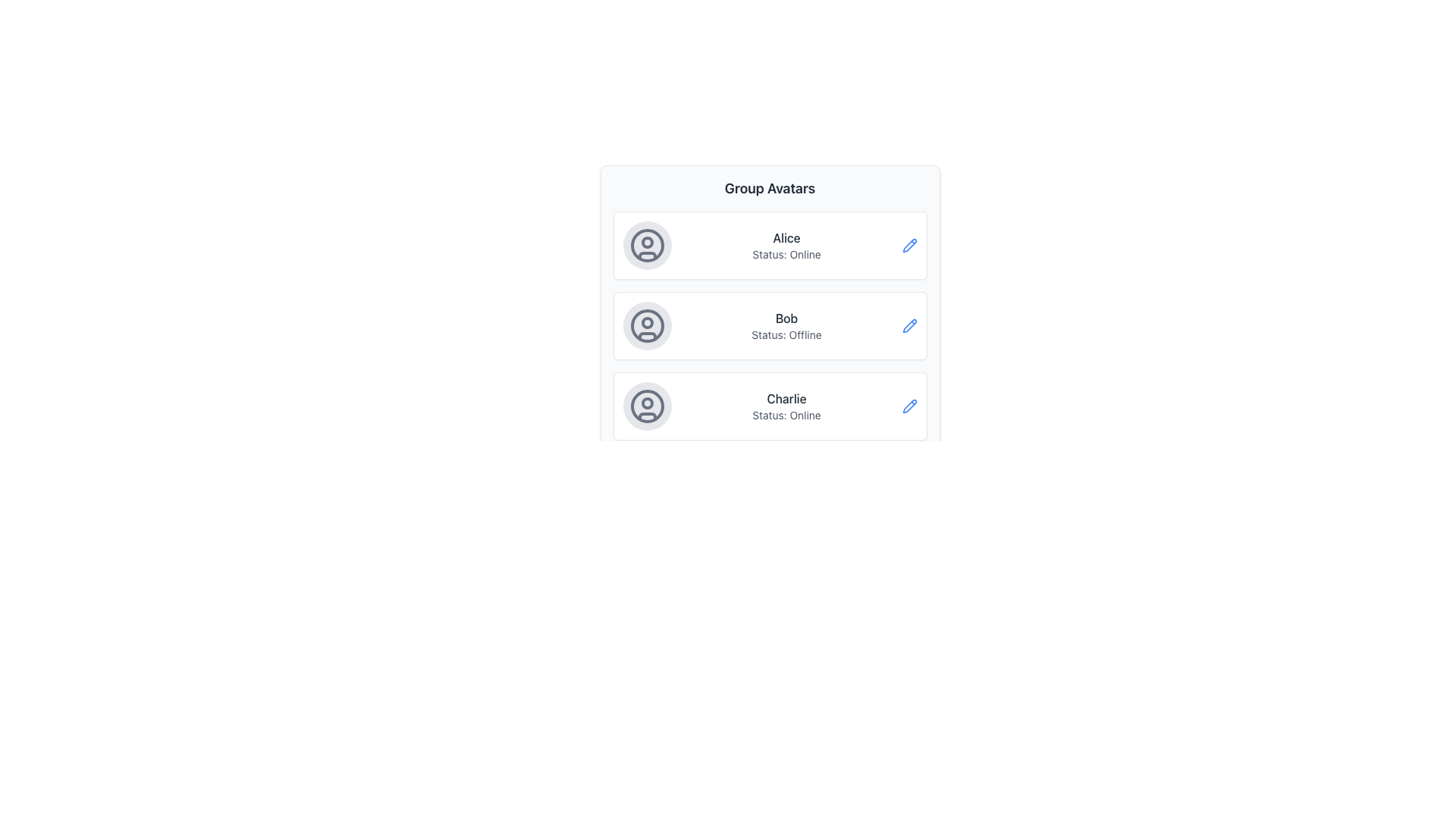 The image size is (1456, 819). Describe the element at coordinates (786, 397) in the screenshot. I see `the text label displaying the user name 'Charlie', located in the third item of a vertical list of user information cards, aligned to the left of the 'Status: Online' text` at that location.